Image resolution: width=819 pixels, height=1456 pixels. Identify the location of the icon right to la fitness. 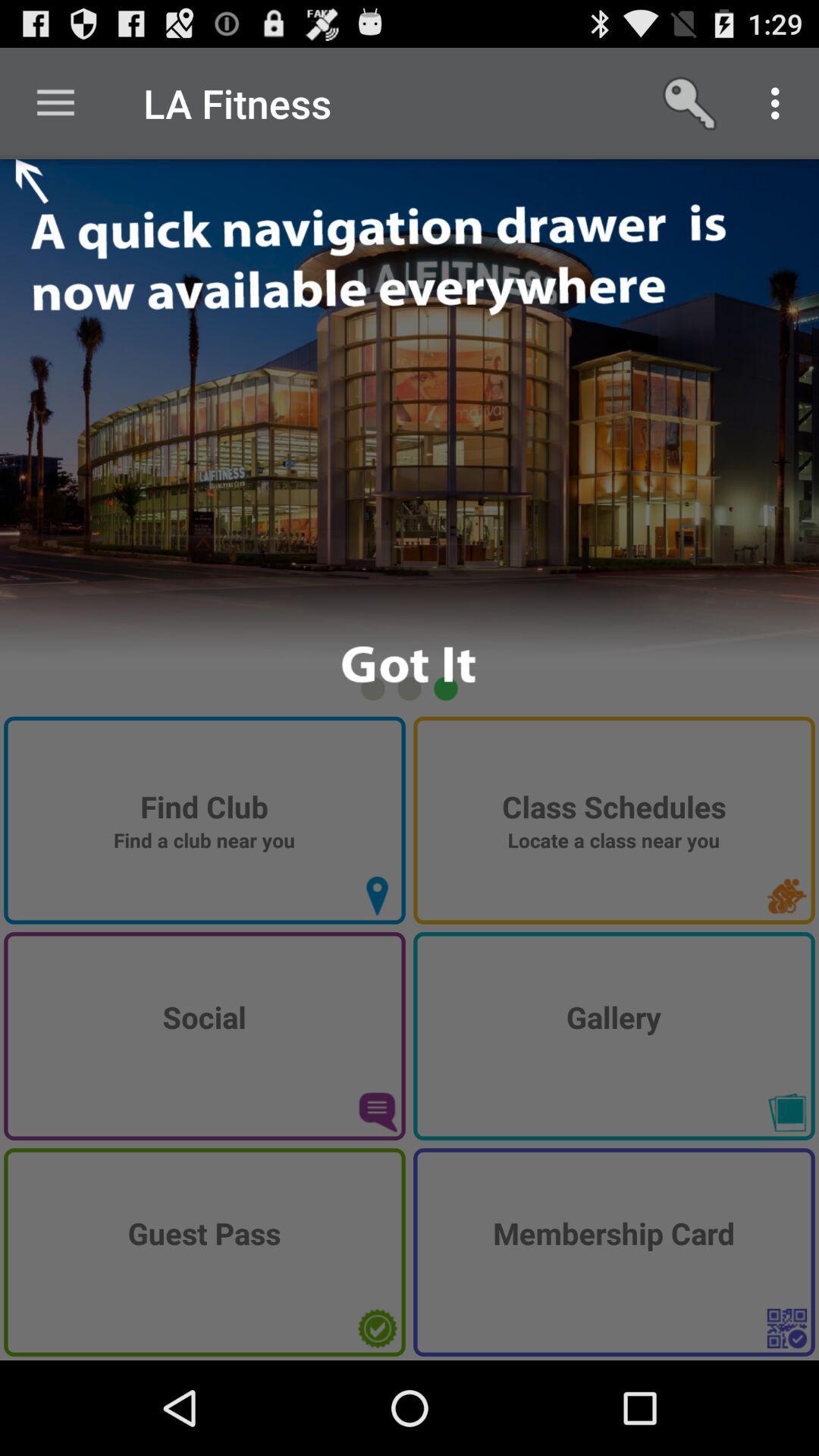
(691, 103).